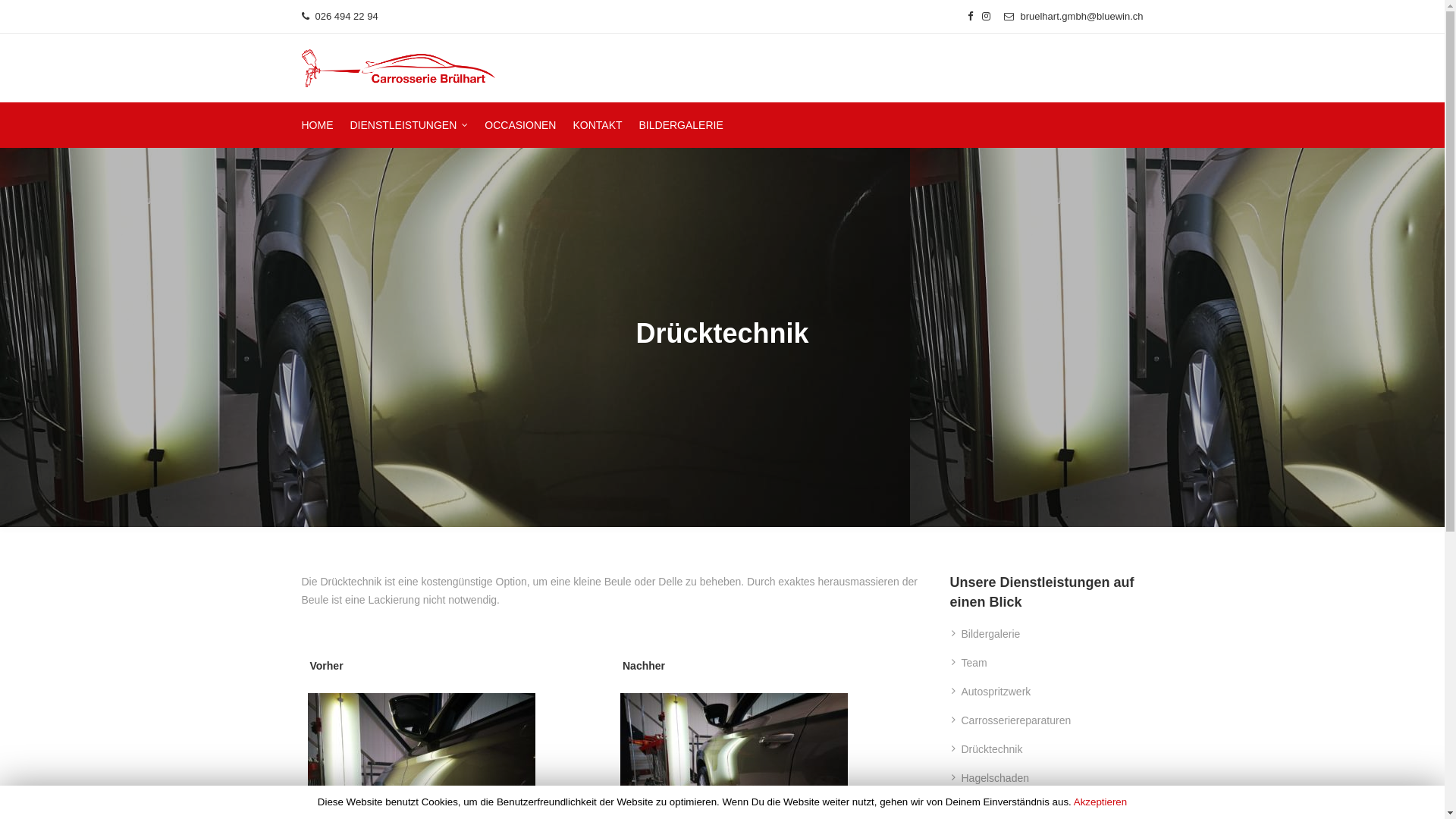 This screenshot has width=1456, height=819. I want to click on 'OCCASIONEN', so click(483, 124).